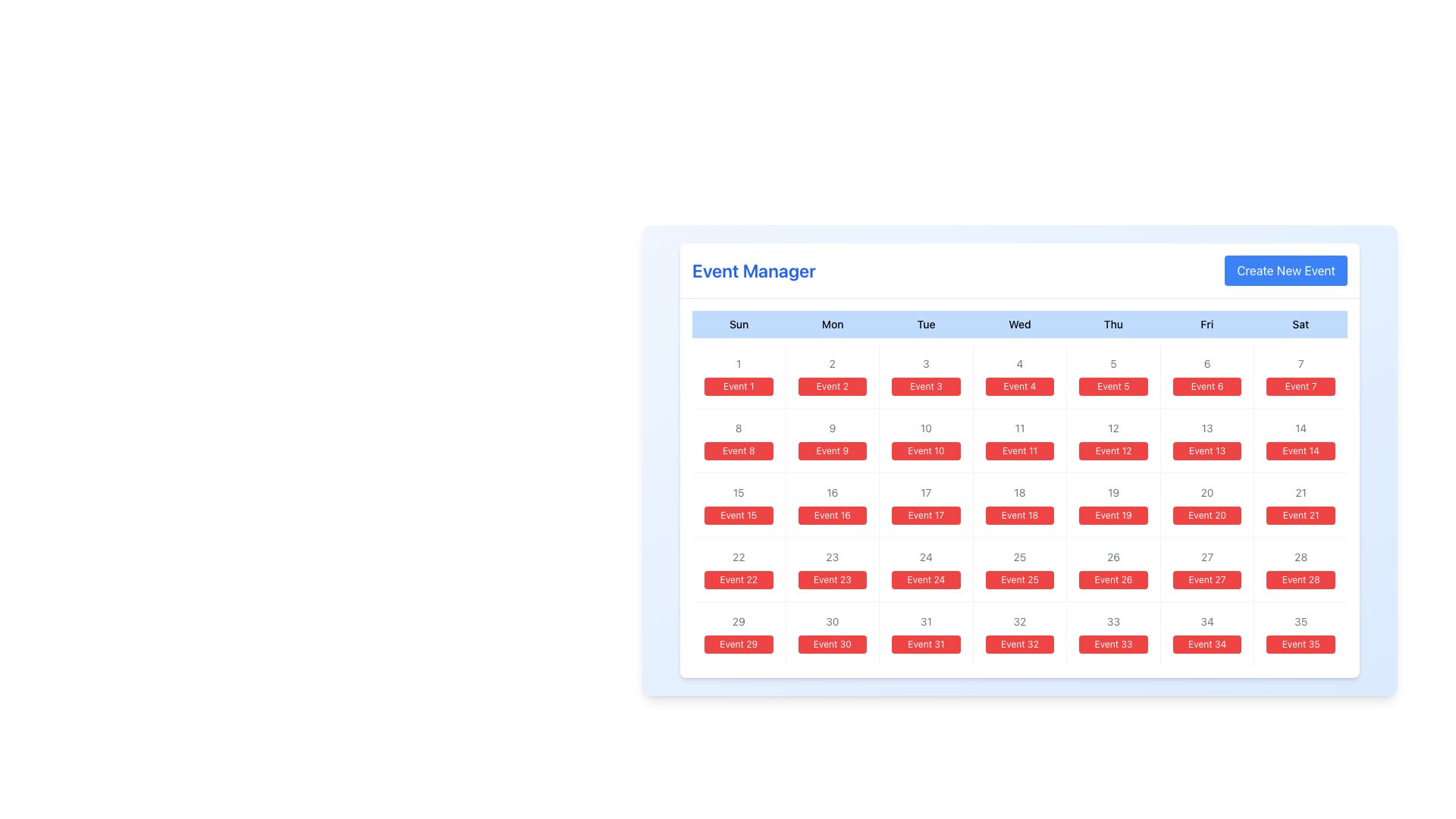 The width and height of the screenshot is (1456, 819). What do you see at coordinates (1019, 579) in the screenshot?
I see `the button labeled 'Event 25' which is a small rectangular button with a red background and white text, located in the calendar grid view under the column for Wednesday` at bounding box center [1019, 579].